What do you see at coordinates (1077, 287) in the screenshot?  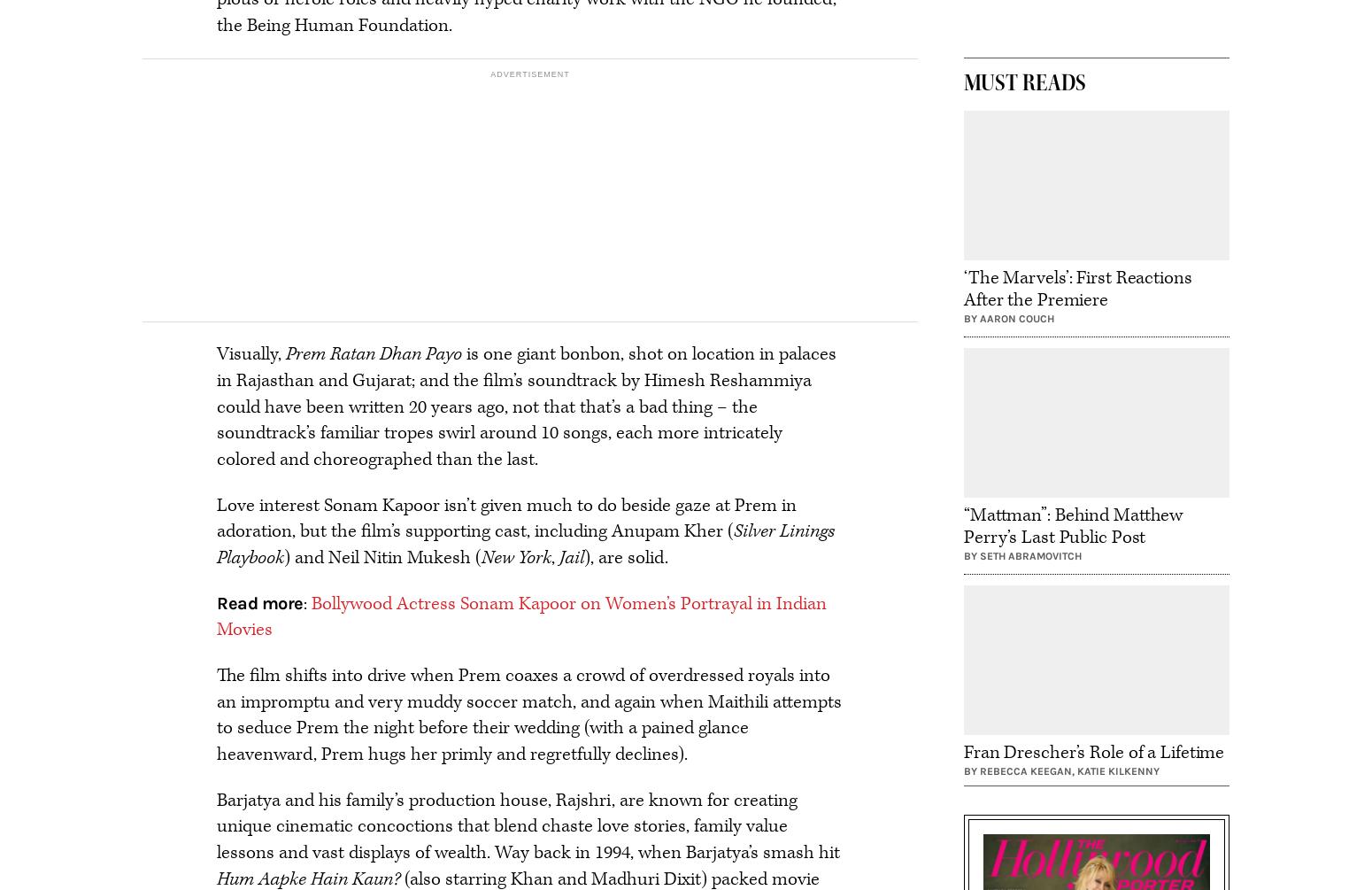 I see `'‘The Marvels’: First Reactions After the Premiere'` at bounding box center [1077, 287].